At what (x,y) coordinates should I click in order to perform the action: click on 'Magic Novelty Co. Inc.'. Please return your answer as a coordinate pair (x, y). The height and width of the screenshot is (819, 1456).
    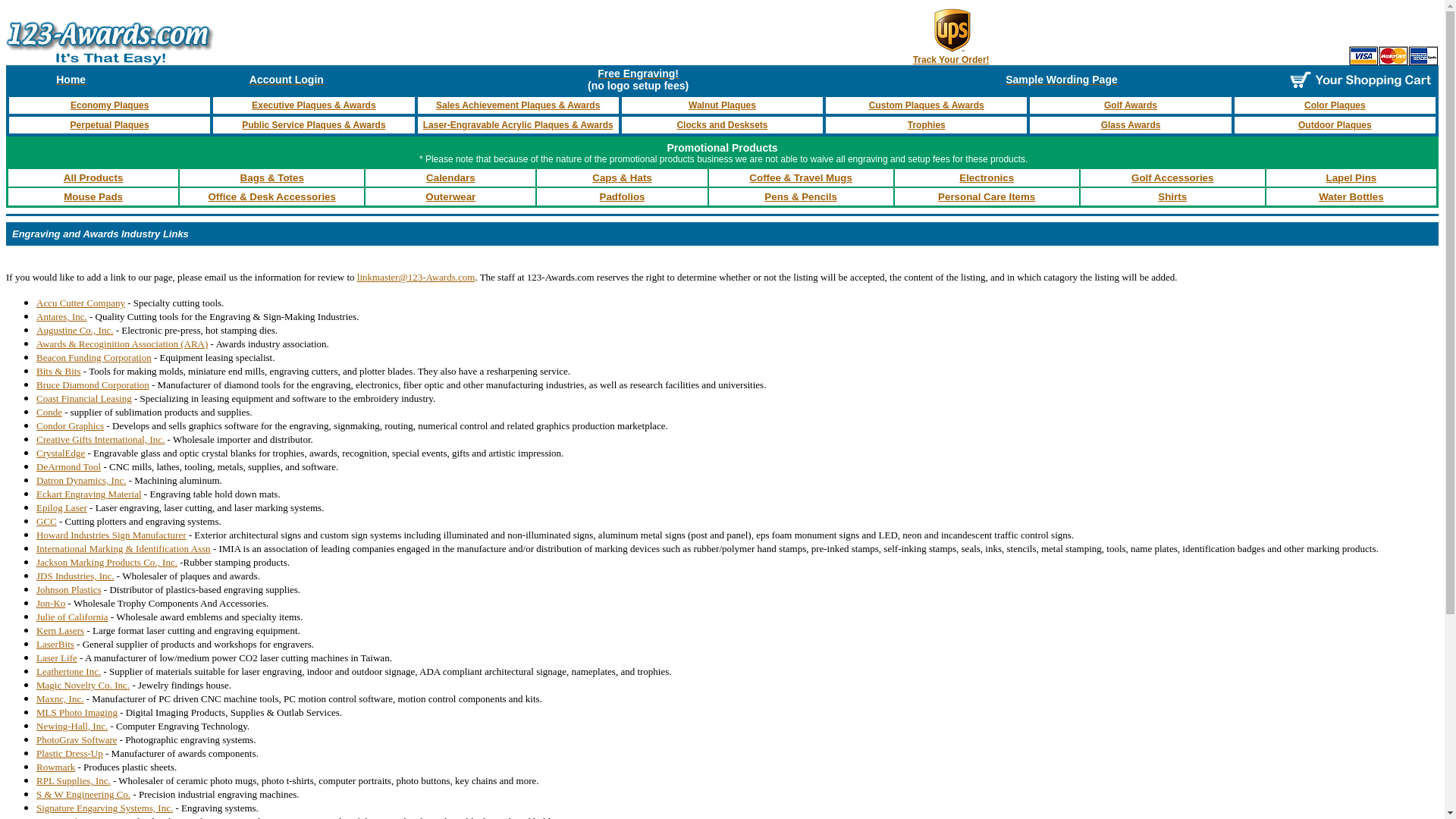
    Looking at the image, I should click on (82, 685).